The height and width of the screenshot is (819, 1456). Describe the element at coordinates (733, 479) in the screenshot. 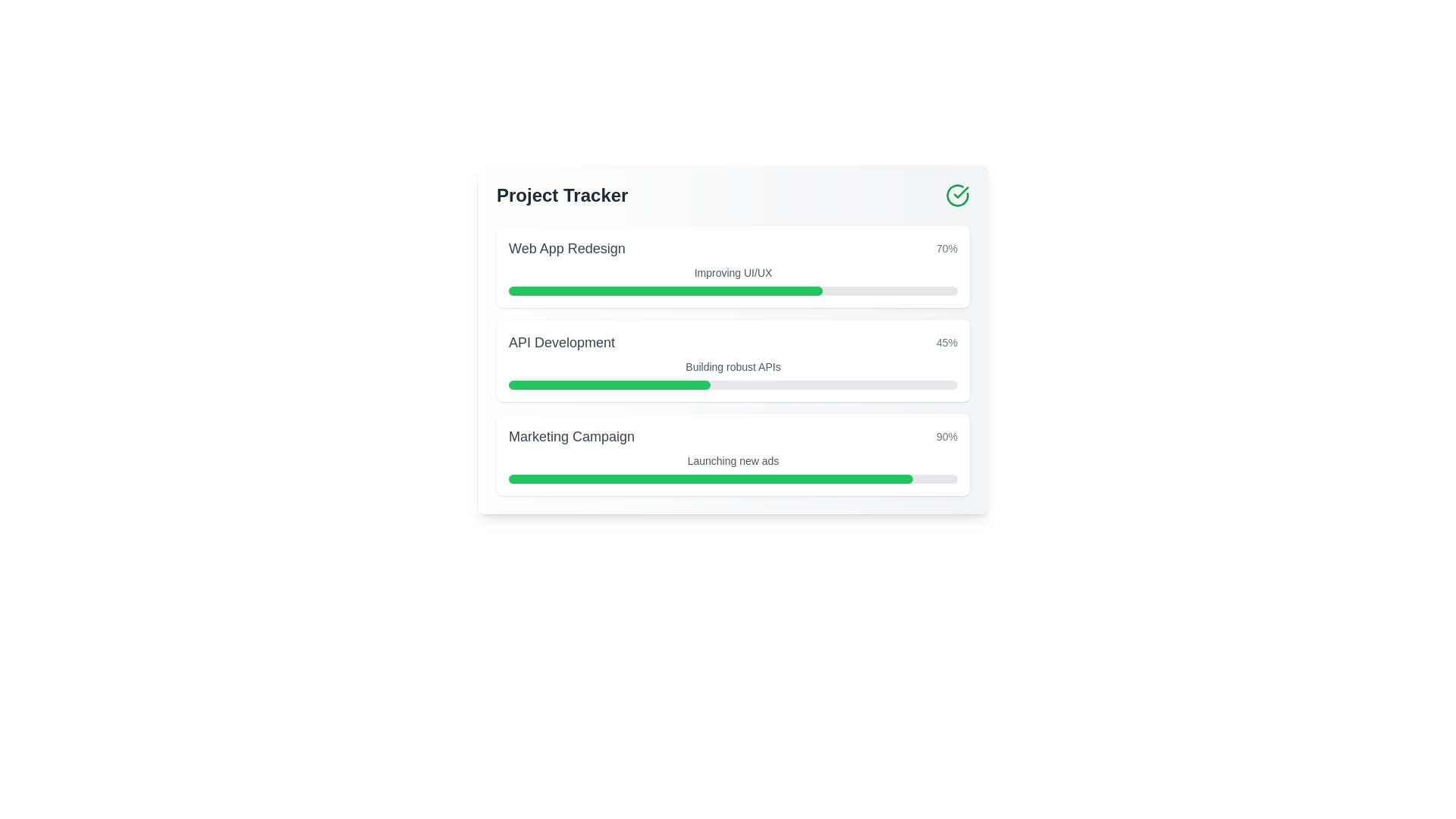

I see `the progress indicated by the progress bar located in the third section of the 'Marketing Campaign' card, directly below the text 'Launching new ads' which visually represents 90% progress` at that location.